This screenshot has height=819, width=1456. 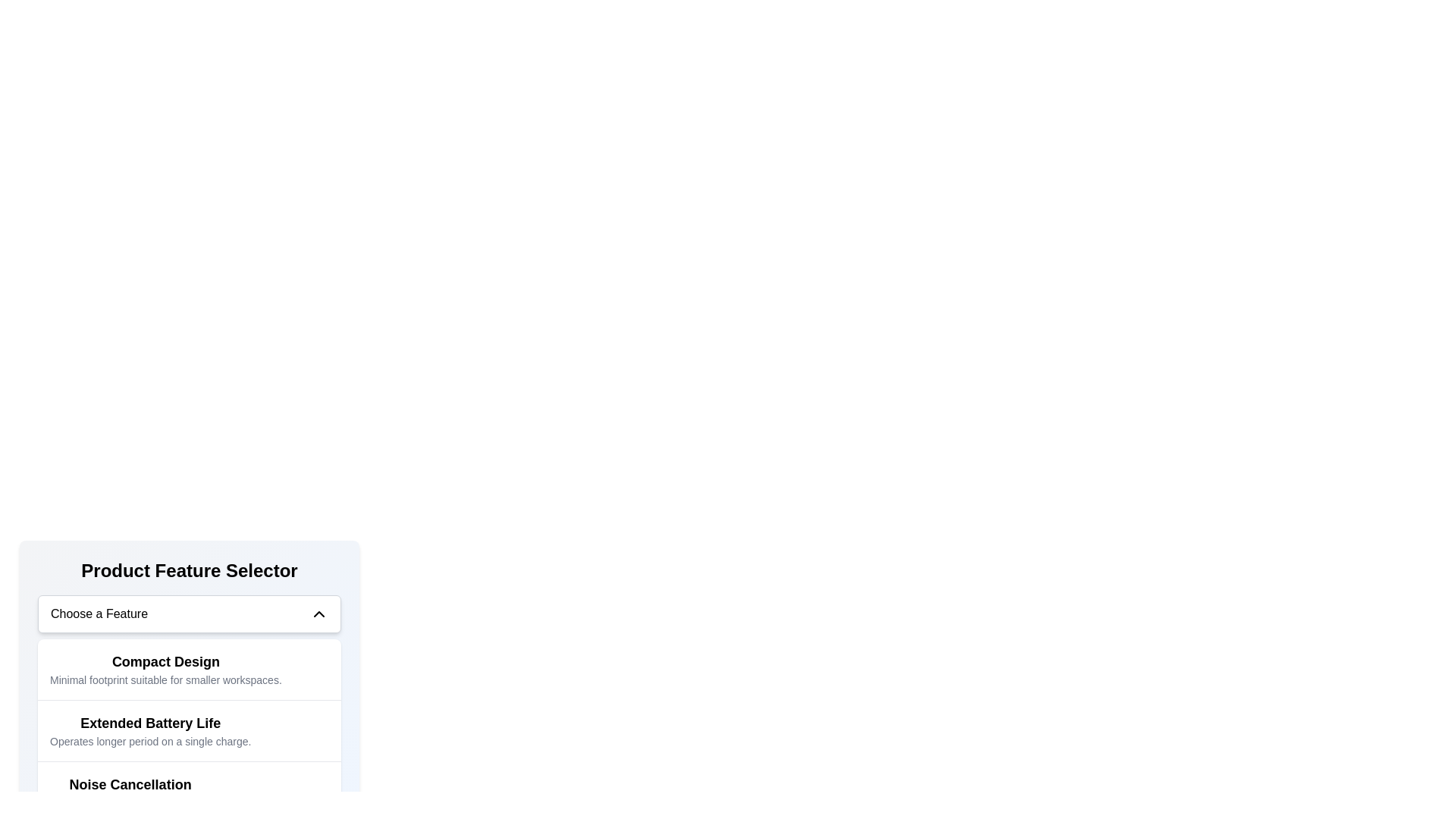 What do you see at coordinates (165, 669) in the screenshot?
I see `to select the 'Compact Design' feature from the first item in the feature selection menu located under the 'Product Feature Selector.'` at bounding box center [165, 669].